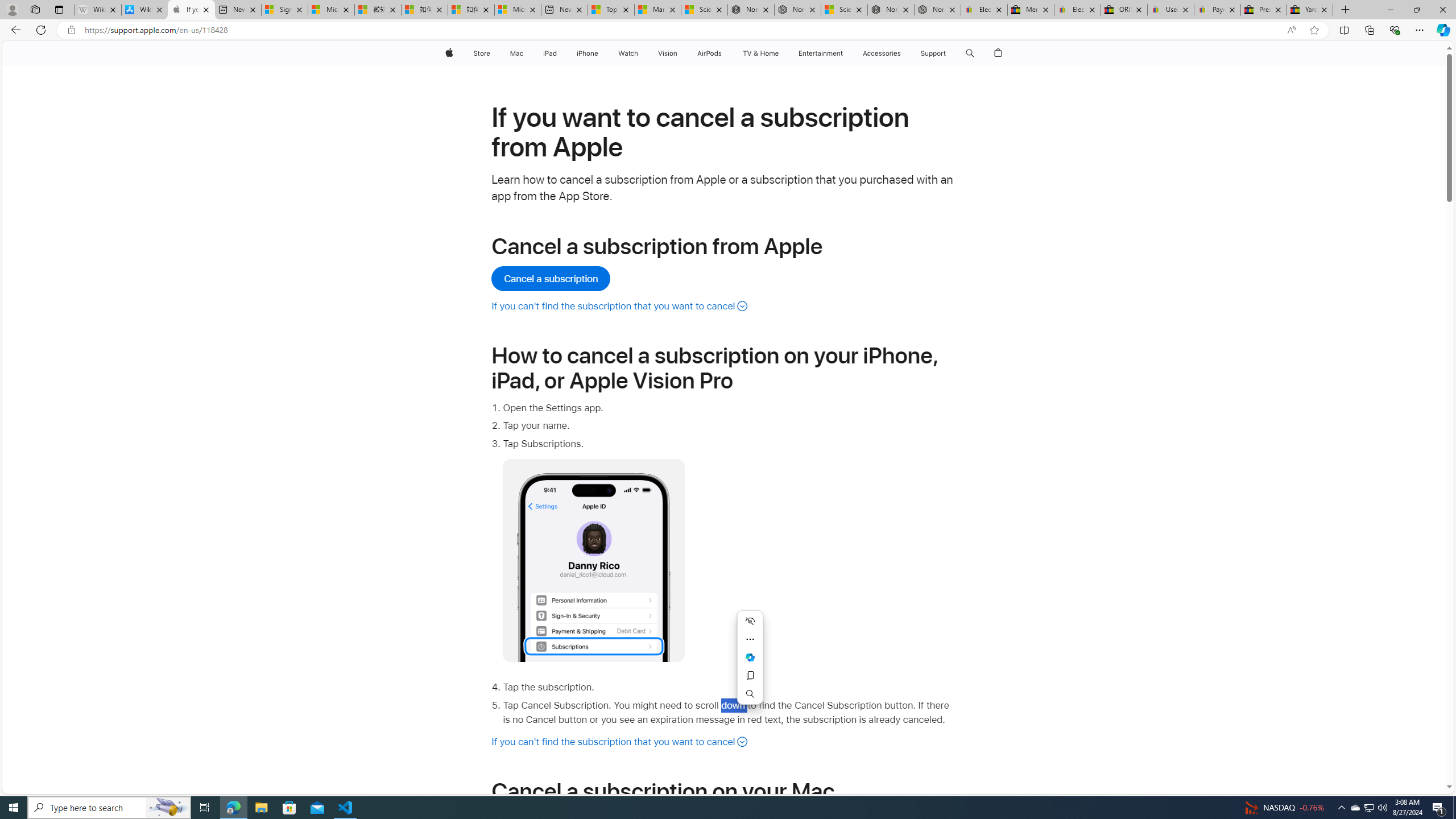  I want to click on 'Electronics, Cars, Fashion, Collectibles & More | eBay', so click(1077, 9).